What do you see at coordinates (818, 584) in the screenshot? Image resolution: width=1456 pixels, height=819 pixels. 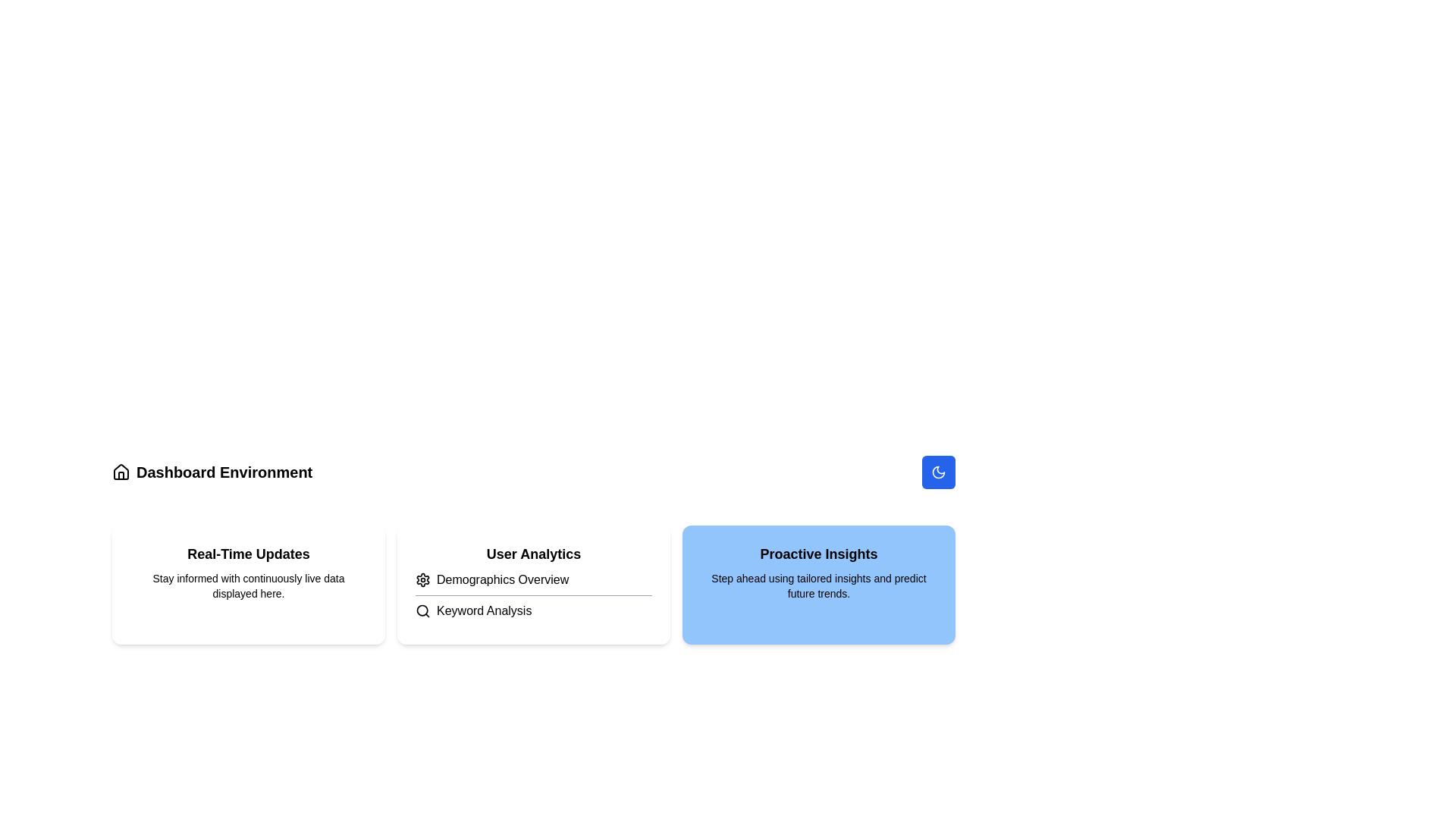 I see `content inside the informational card titled 'Proactive Insights' which is located in the lower region of the interface, specifically as the third item in a three-column grid layout` at bounding box center [818, 584].